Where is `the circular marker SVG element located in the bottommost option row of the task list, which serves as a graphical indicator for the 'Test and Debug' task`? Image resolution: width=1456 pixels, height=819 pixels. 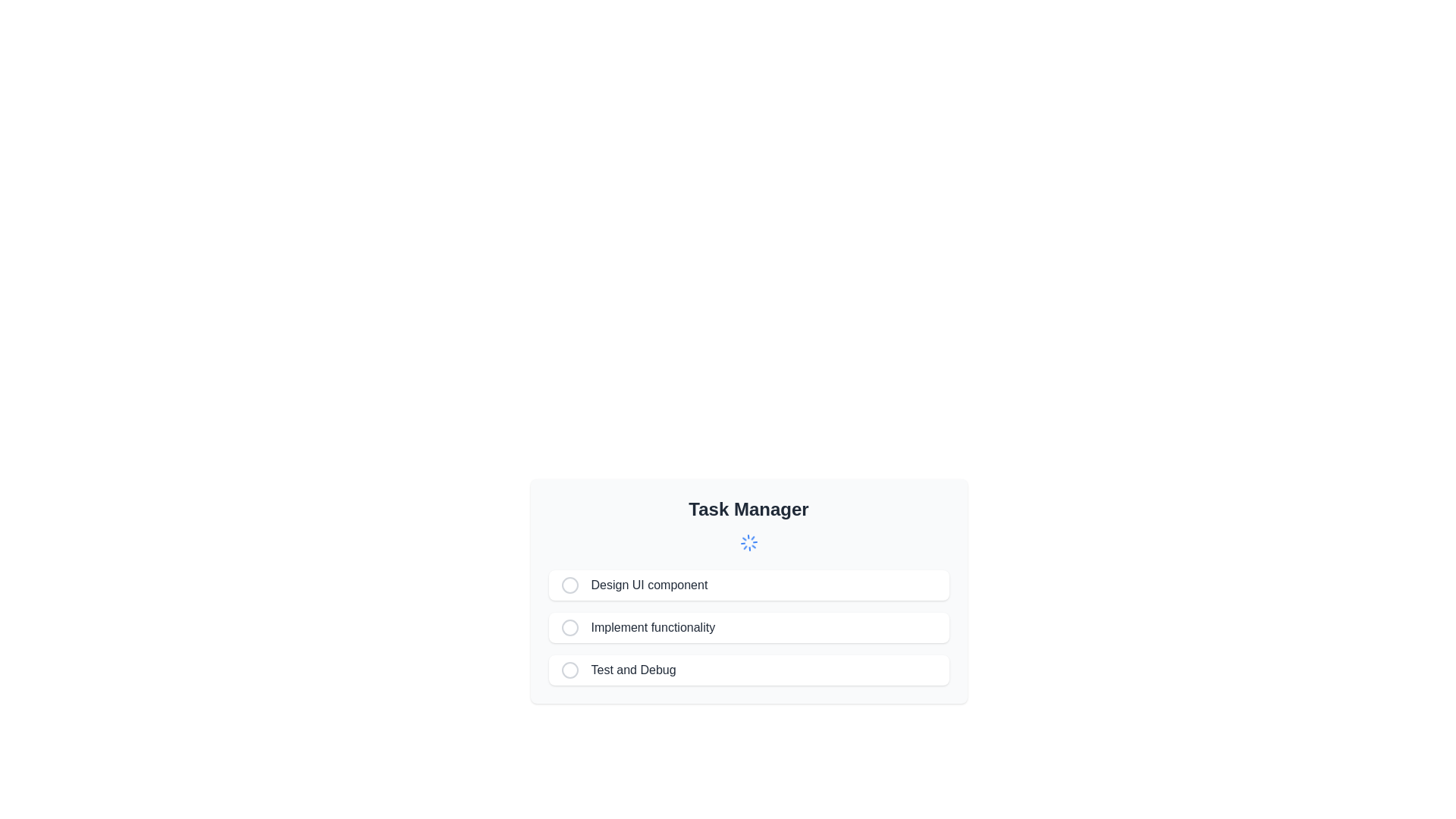
the circular marker SVG element located in the bottommost option row of the task list, which serves as a graphical indicator for the 'Test and Debug' task is located at coordinates (569, 669).